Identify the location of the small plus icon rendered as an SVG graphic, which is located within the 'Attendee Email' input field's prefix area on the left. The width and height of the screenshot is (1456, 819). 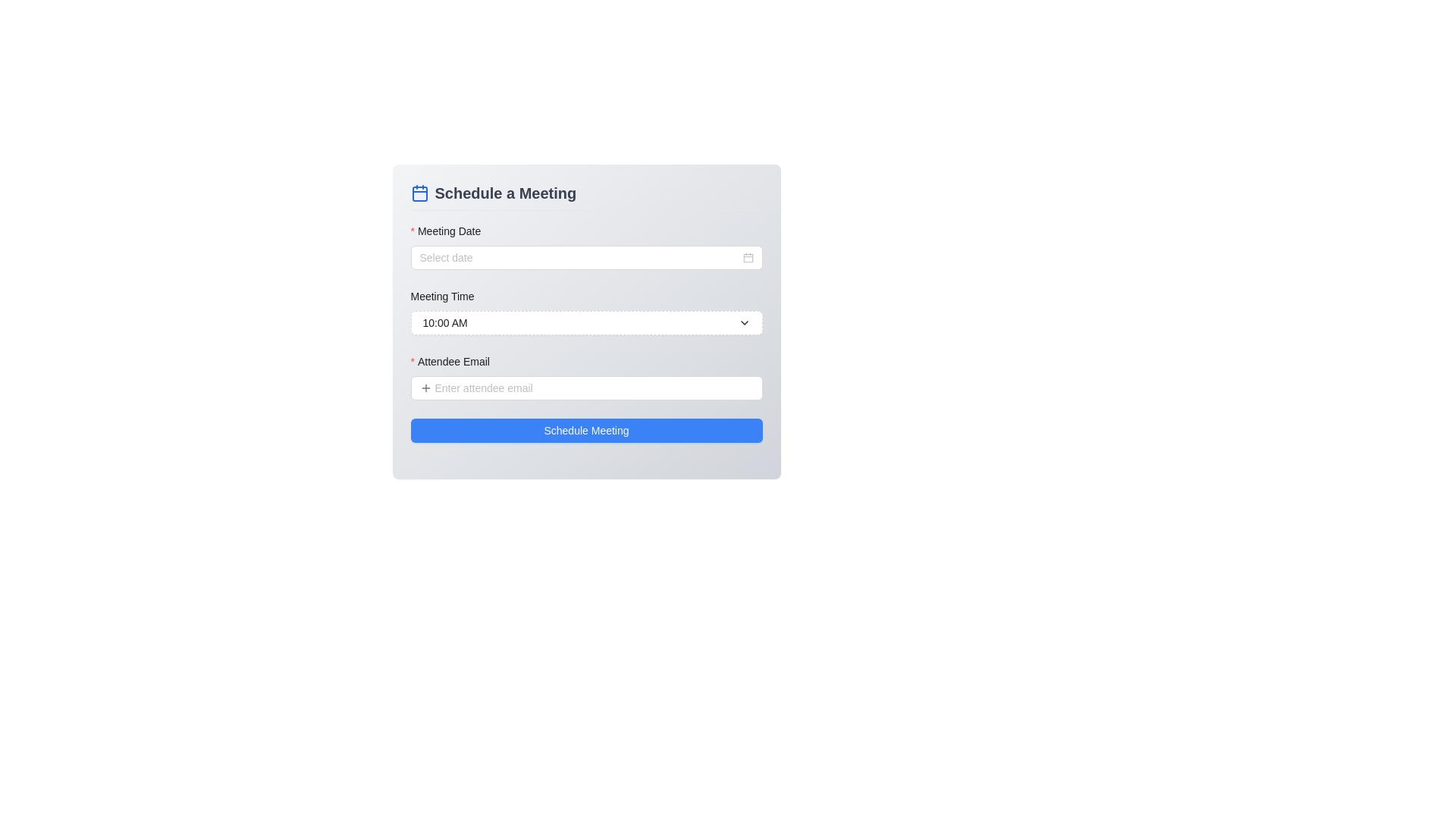
(425, 388).